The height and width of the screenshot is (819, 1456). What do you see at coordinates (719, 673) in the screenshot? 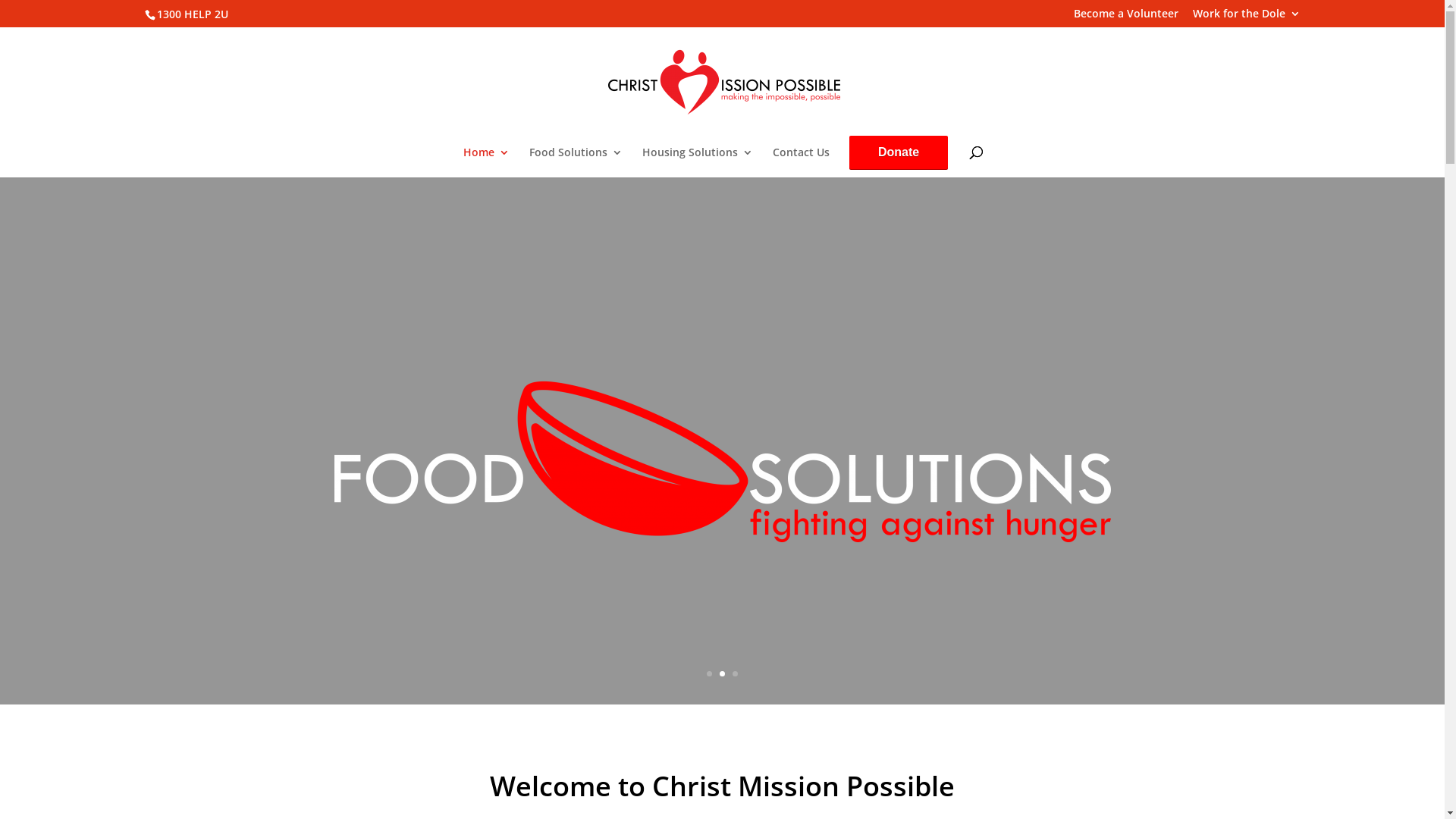
I see `'2'` at bounding box center [719, 673].